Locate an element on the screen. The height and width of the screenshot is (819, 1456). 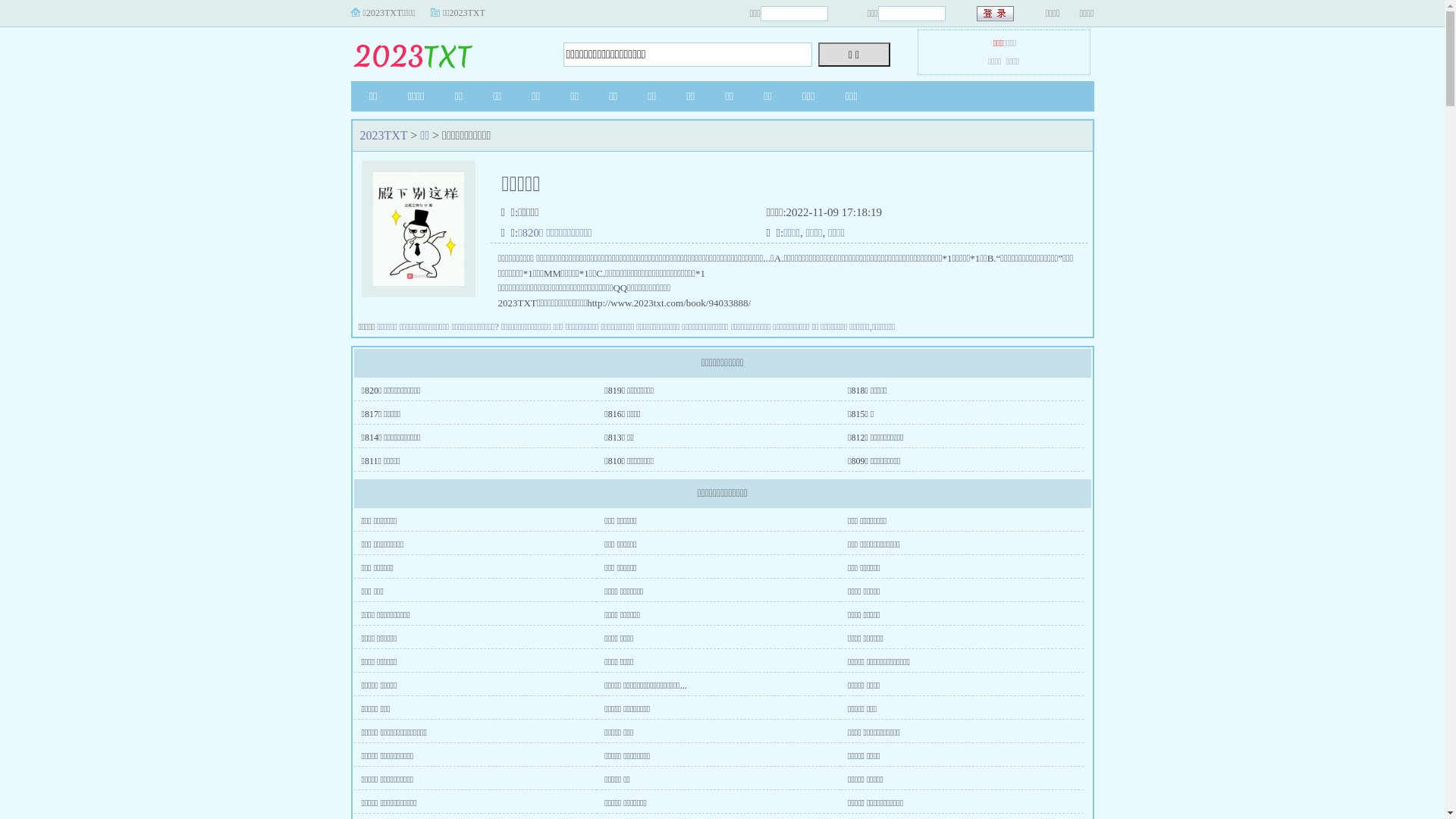
'2023TXT' is located at coordinates (383, 134).